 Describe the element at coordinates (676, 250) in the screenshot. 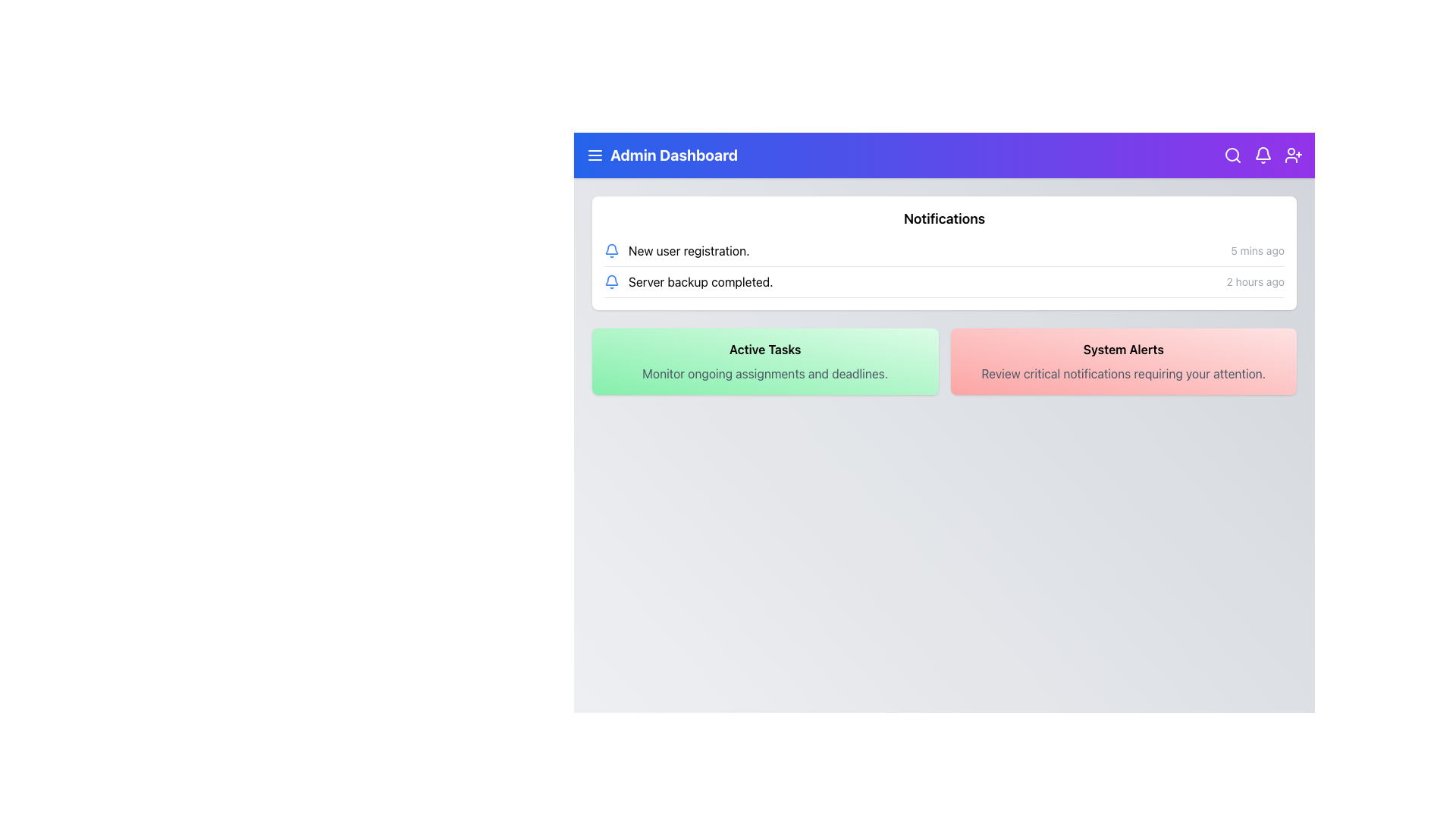

I see `the notification item with a blue bell icon and the text 'New user registration.'` at that location.